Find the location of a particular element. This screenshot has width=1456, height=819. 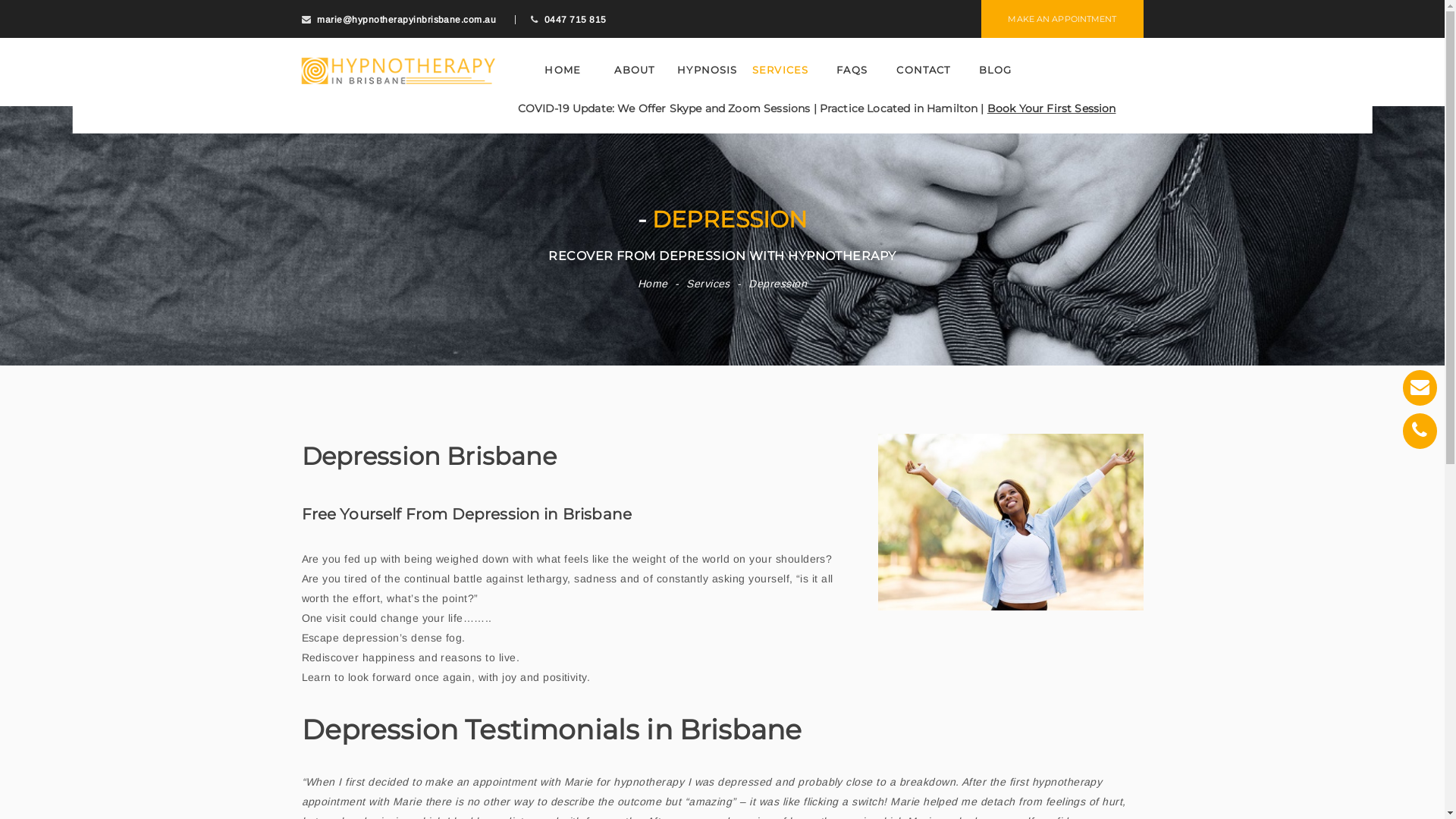

'0447 715 815' is located at coordinates (544, 20).